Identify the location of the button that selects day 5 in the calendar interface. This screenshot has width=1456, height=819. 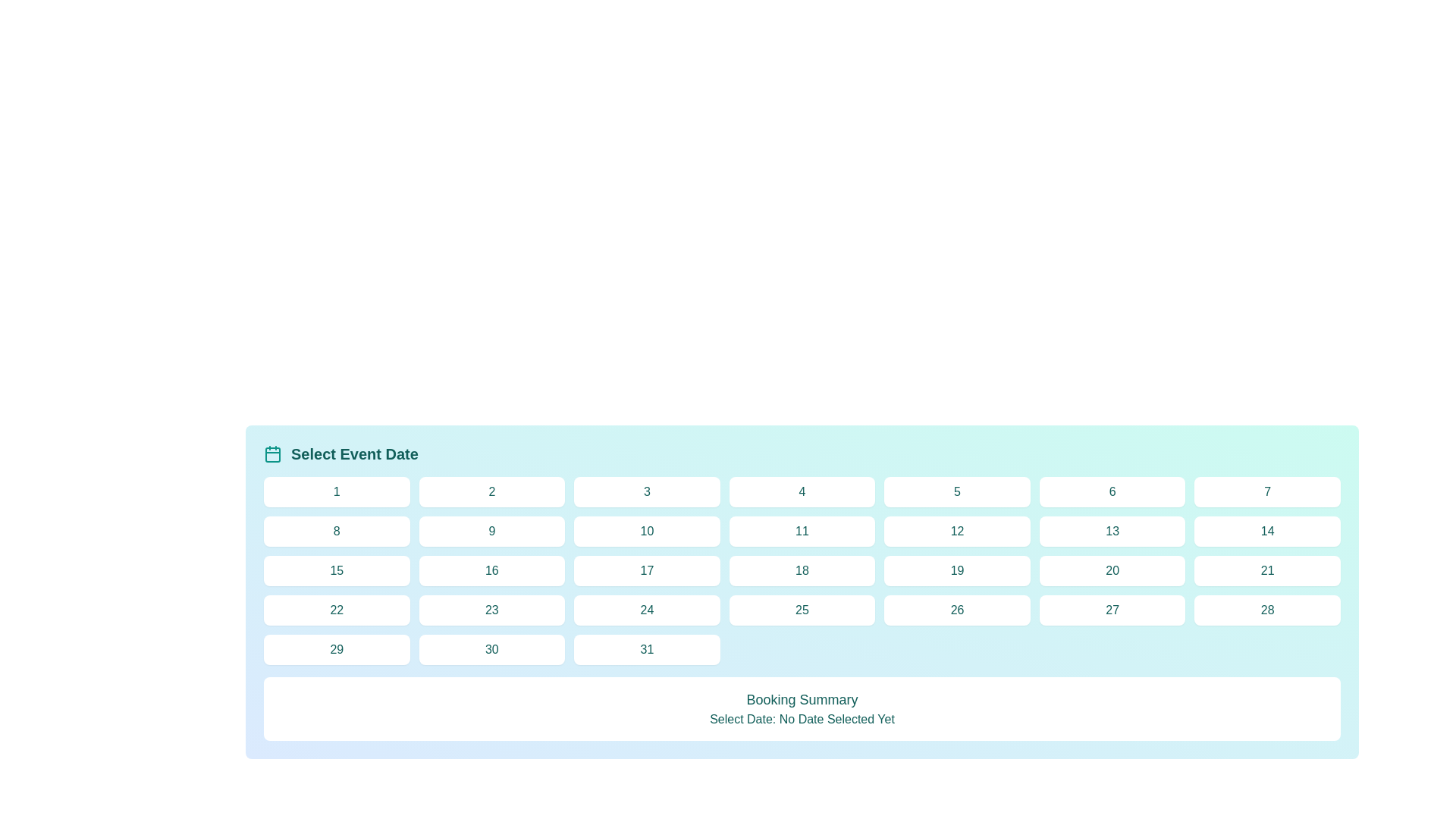
(956, 491).